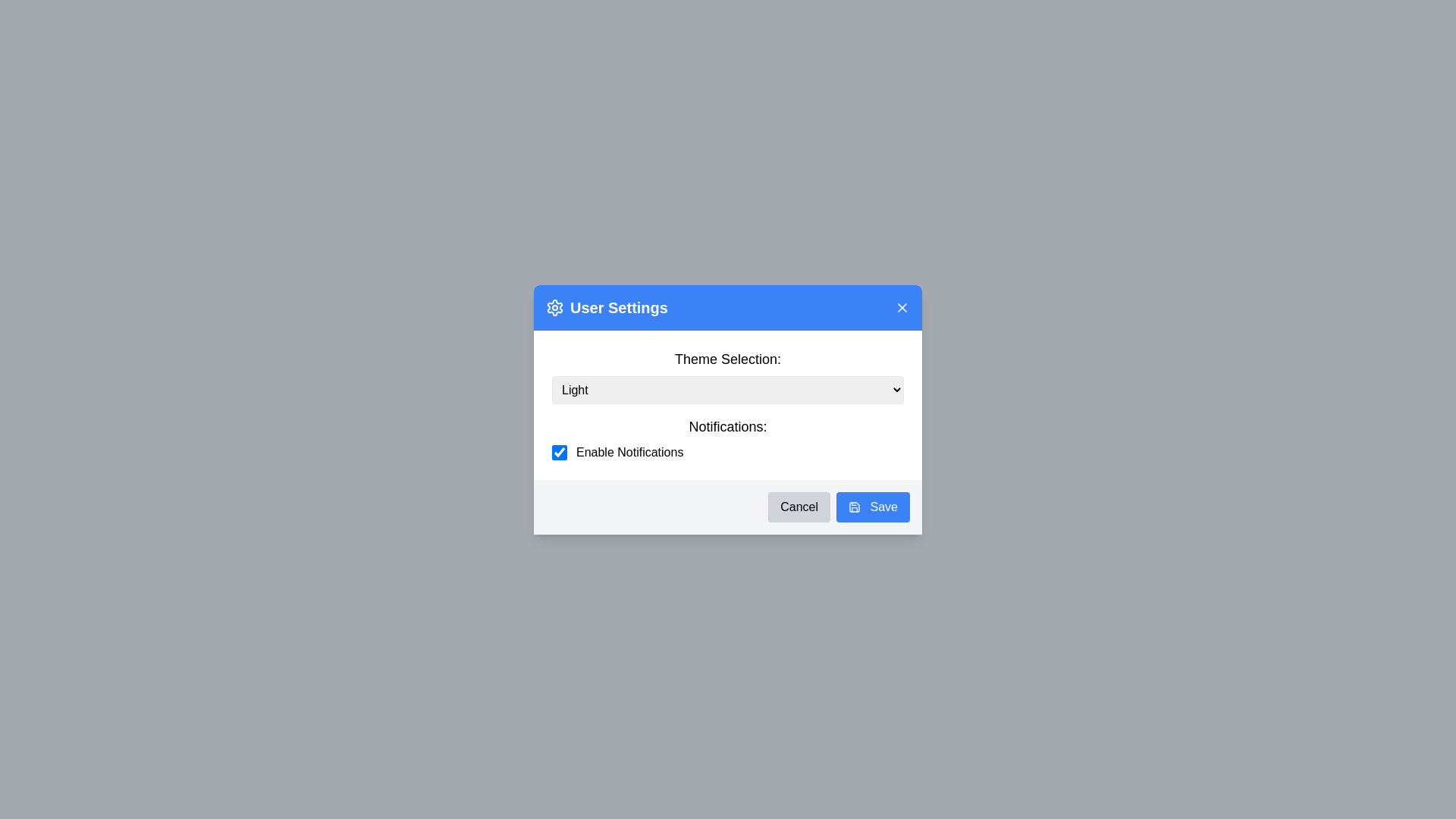  What do you see at coordinates (728, 359) in the screenshot?
I see `the text label that reads 'Theme Selection:' positioned at the topmost section of the content panel, above the dropdown menu labeled 'LightDark'` at bounding box center [728, 359].